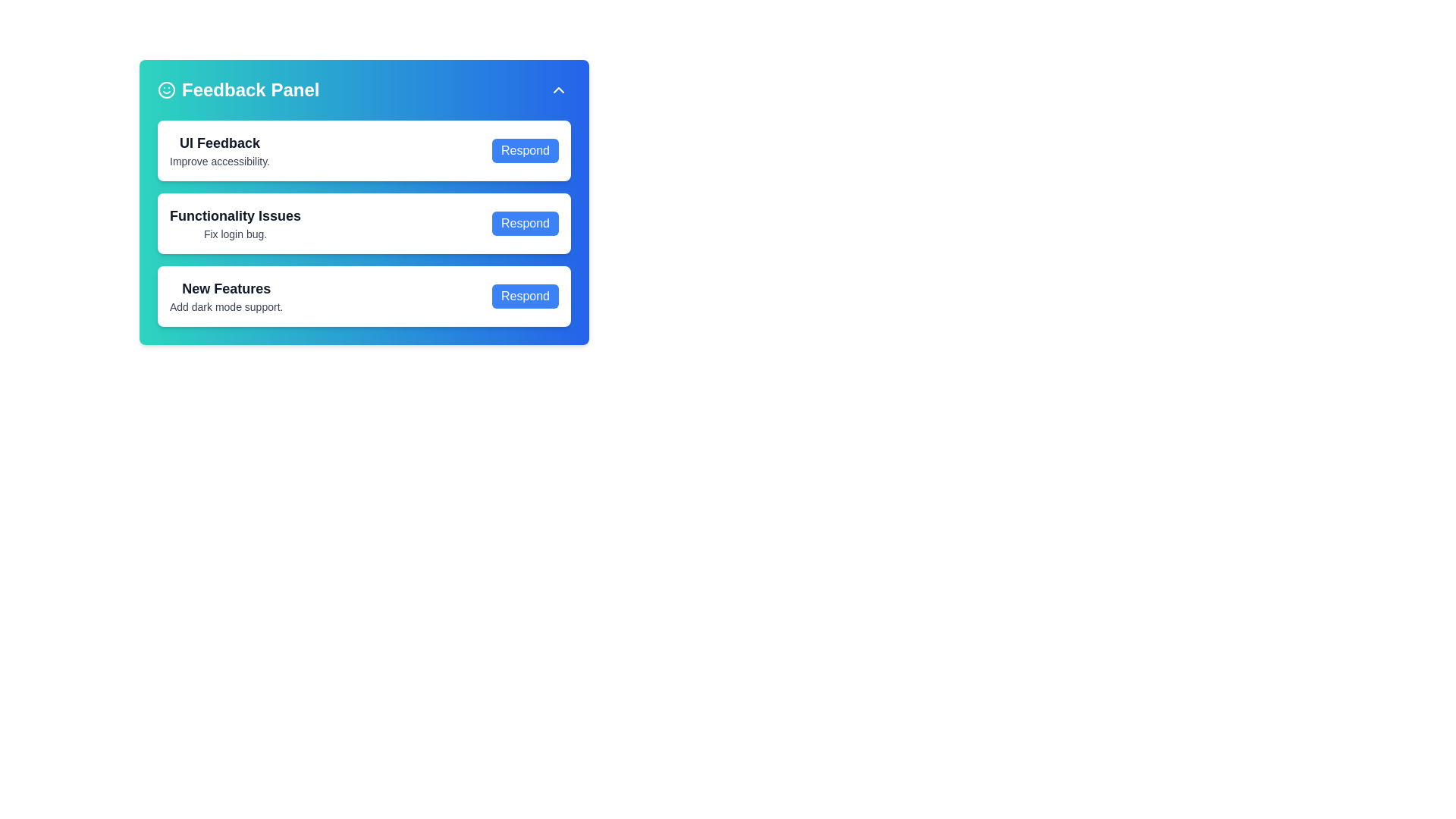  What do you see at coordinates (525, 223) in the screenshot?
I see `the rounded 'Respond' button with white text on a blue background, located in the feedback section to respond to the feedback regarding functionality issues` at bounding box center [525, 223].